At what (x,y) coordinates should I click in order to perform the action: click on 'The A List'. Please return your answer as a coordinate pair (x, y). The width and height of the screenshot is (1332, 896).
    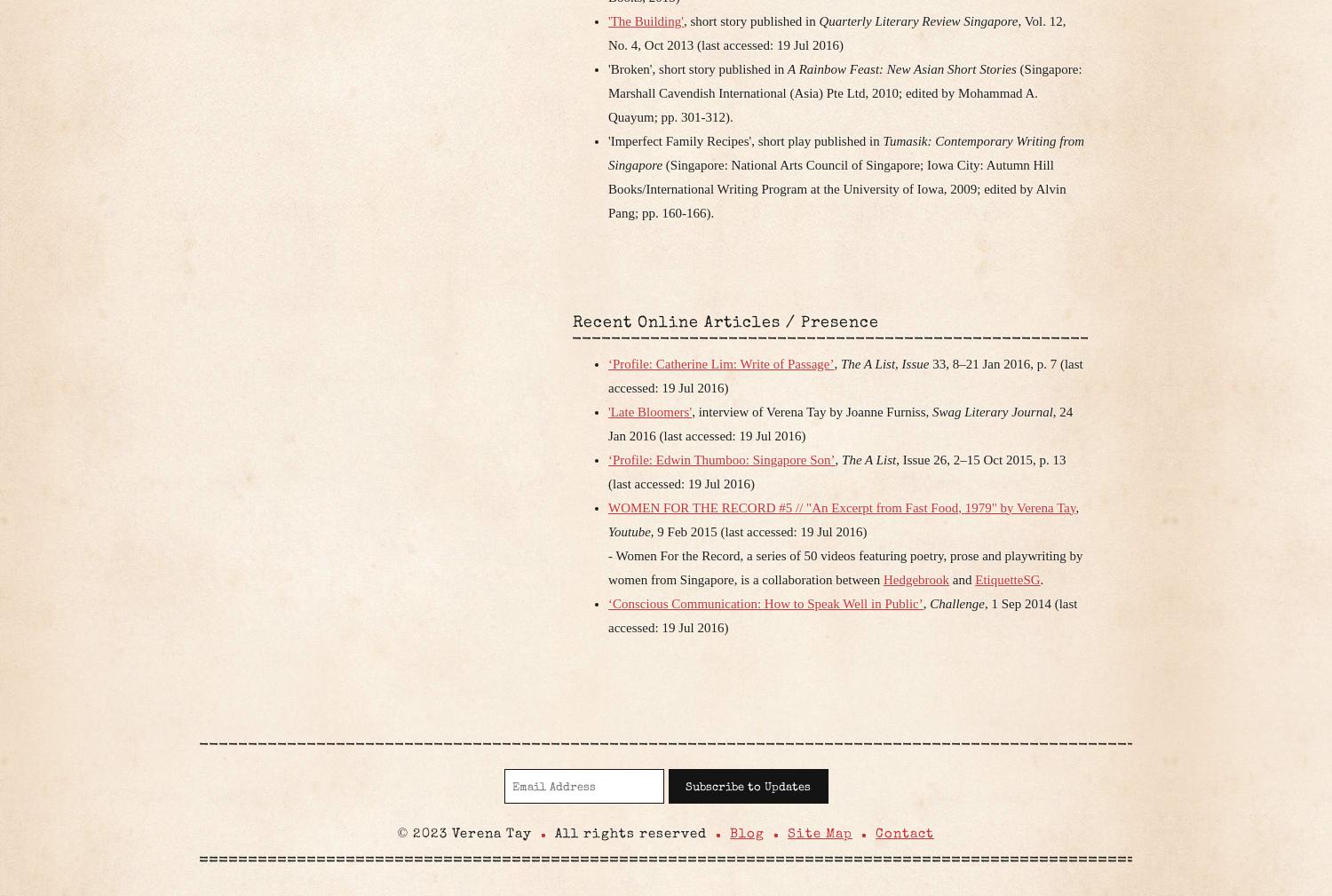
    Looking at the image, I should click on (868, 459).